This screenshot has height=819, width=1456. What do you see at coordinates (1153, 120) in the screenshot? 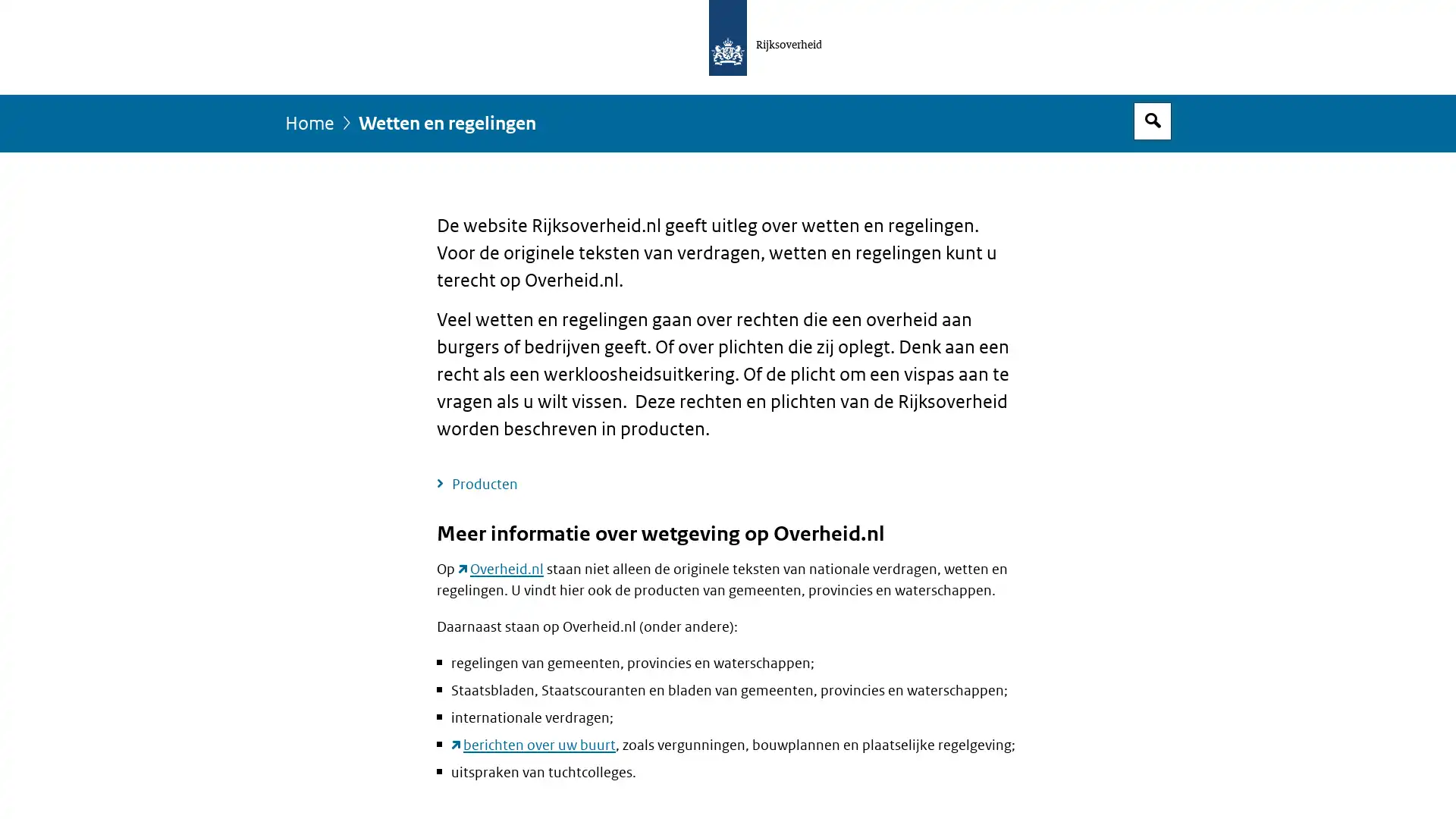
I see `Open zoekveld` at bounding box center [1153, 120].